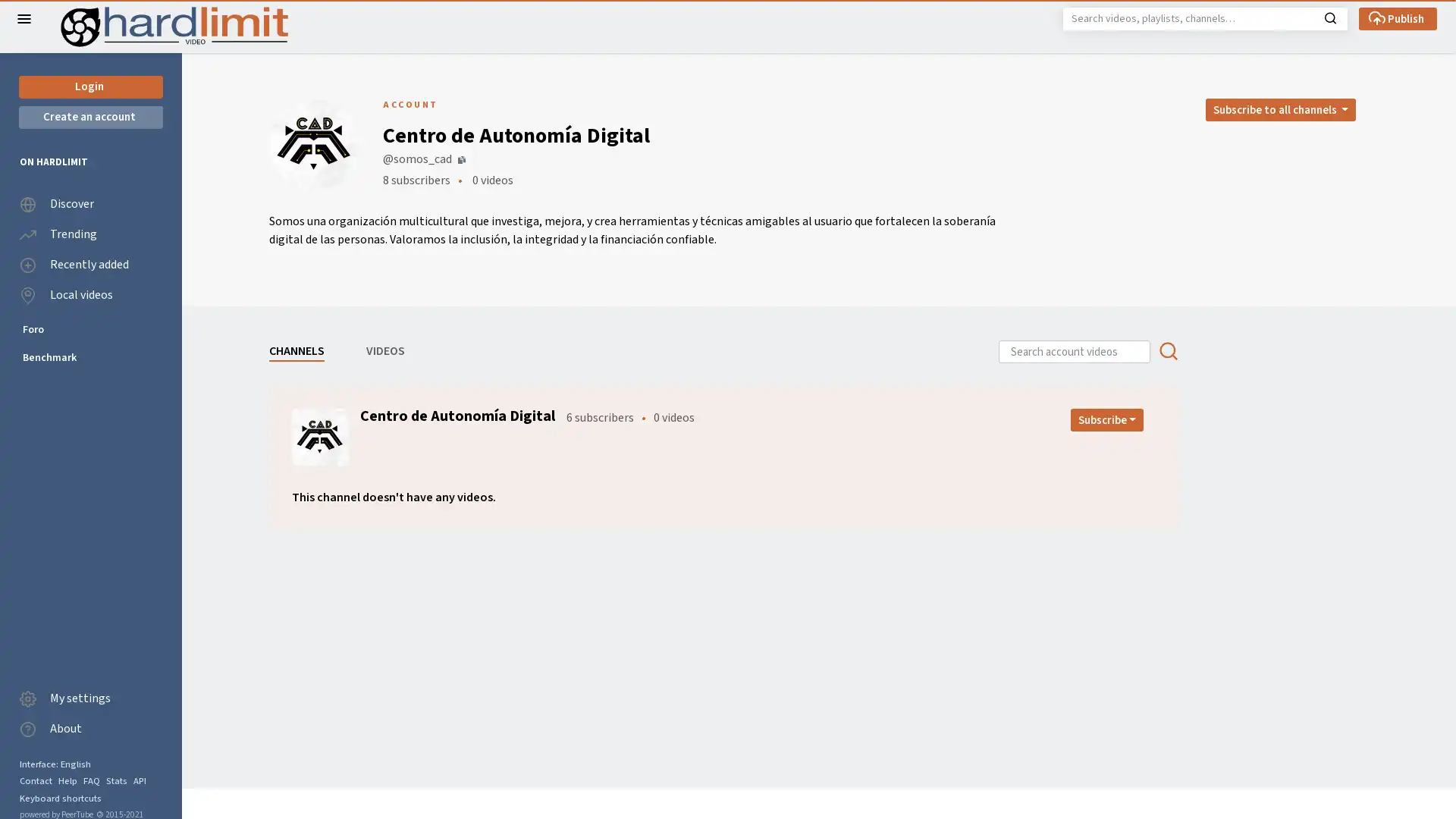 The image size is (1456, 819). Describe the element at coordinates (1279, 109) in the screenshot. I see `Open subscription dropdown` at that location.